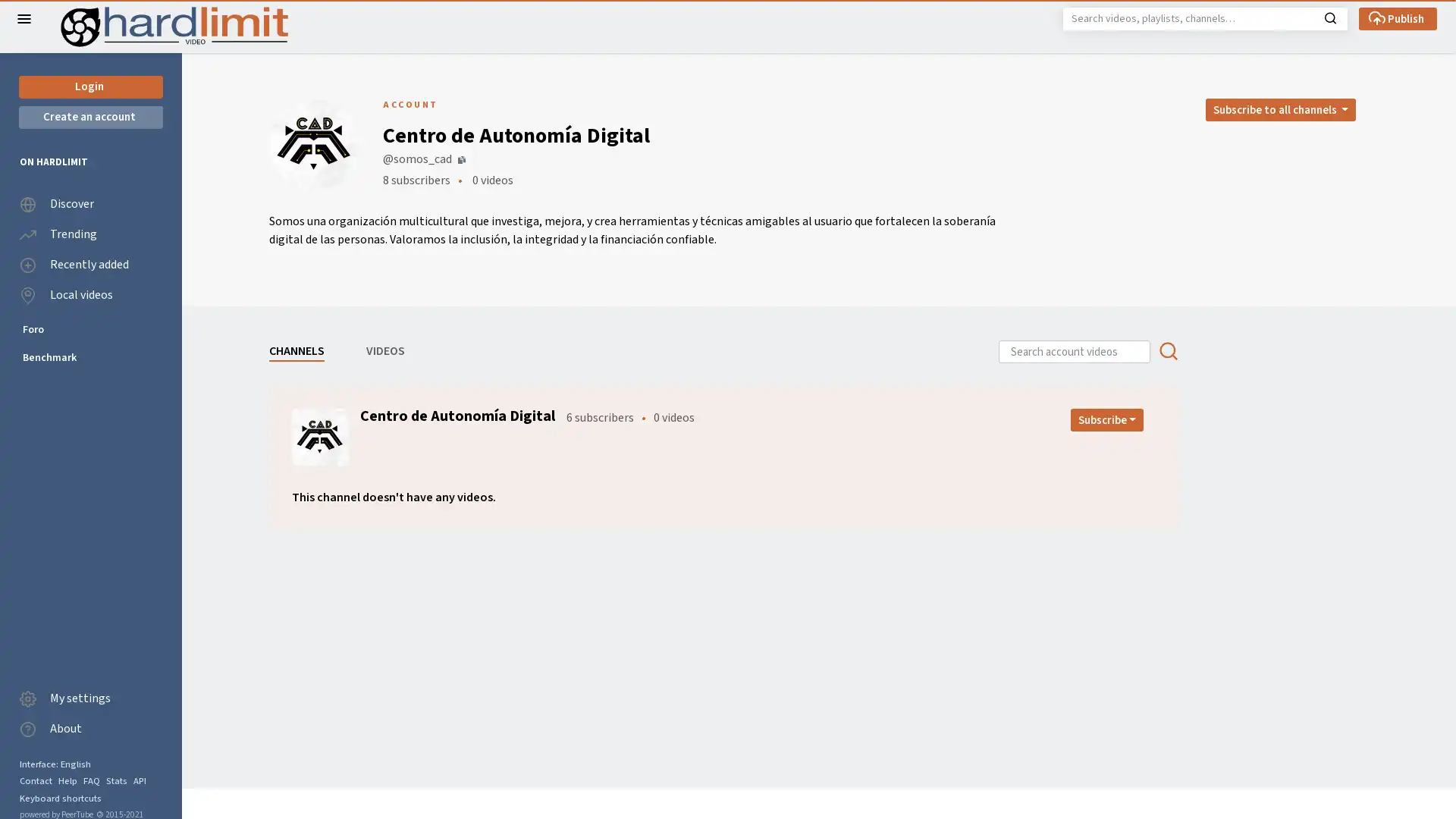 The image size is (1456, 819). Describe the element at coordinates (1279, 109) in the screenshot. I see `Open subscription dropdown` at that location.